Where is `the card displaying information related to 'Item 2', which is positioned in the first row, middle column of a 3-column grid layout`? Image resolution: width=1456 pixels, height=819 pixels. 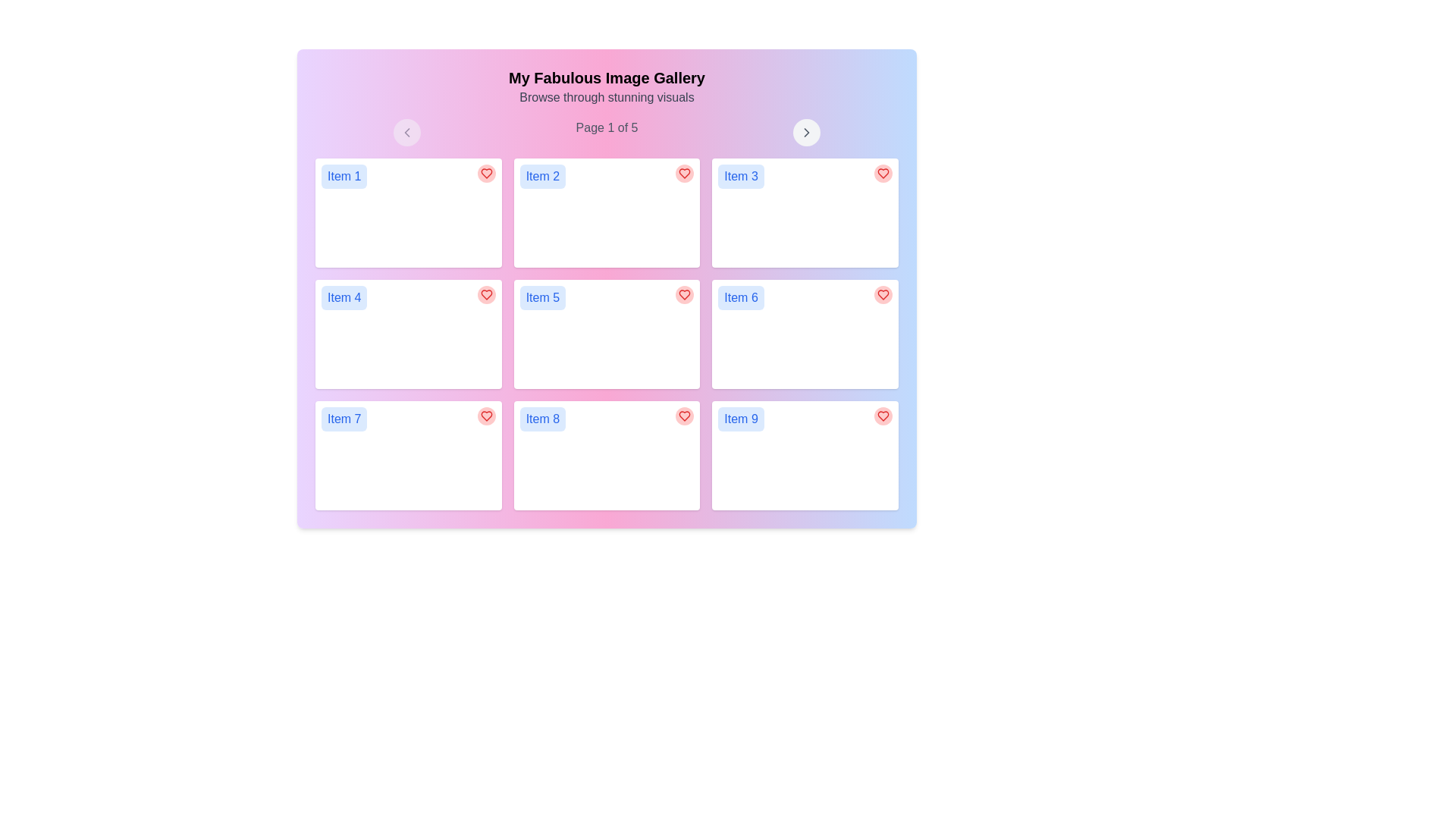 the card displaying information related to 'Item 2', which is positioned in the first row, middle column of a 3-column grid layout is located at coordinates (607, 213).